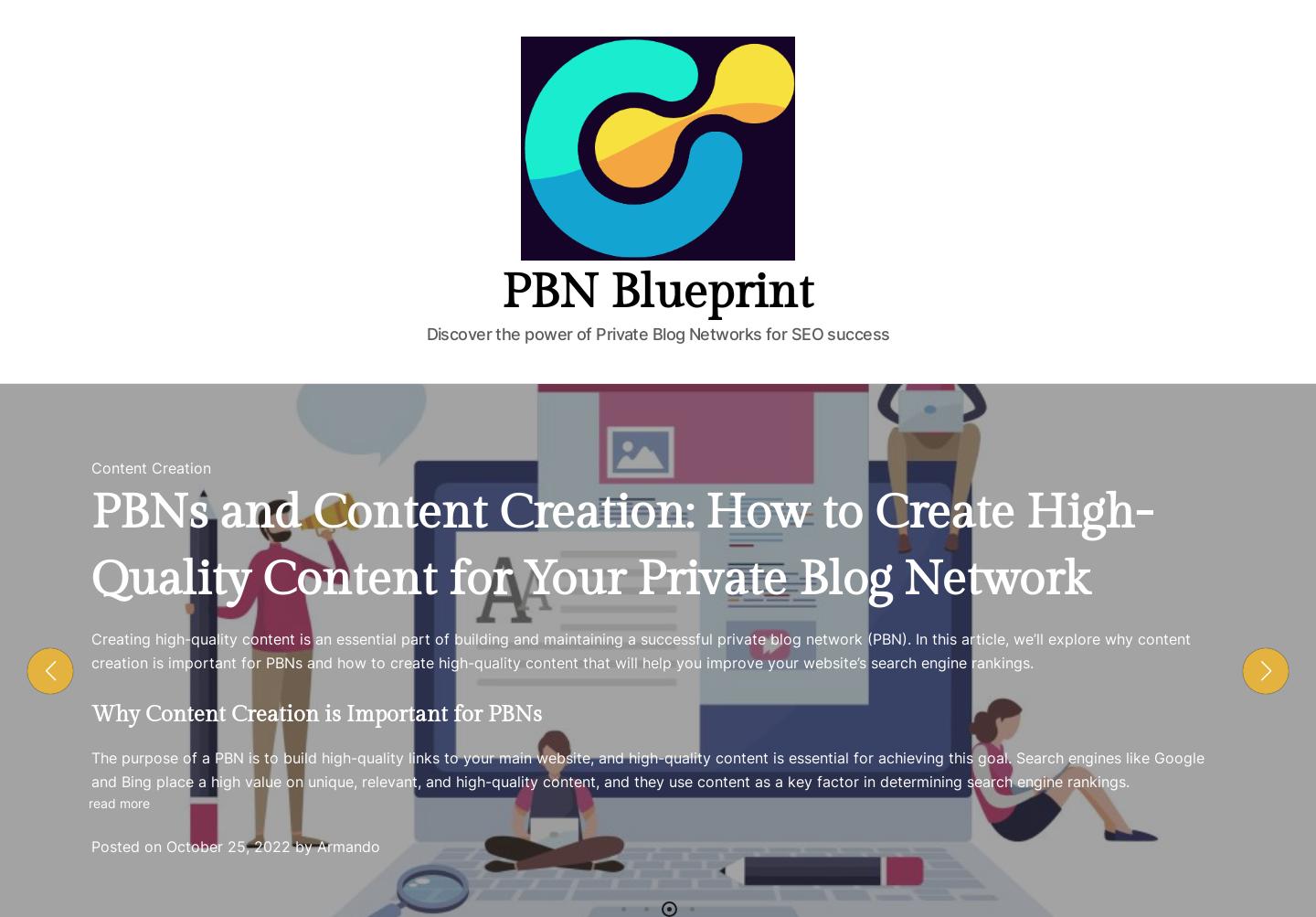  Describe the element at coordinates (650, 858) in the screenshot. I see `'Leave a Comment'` at that location.